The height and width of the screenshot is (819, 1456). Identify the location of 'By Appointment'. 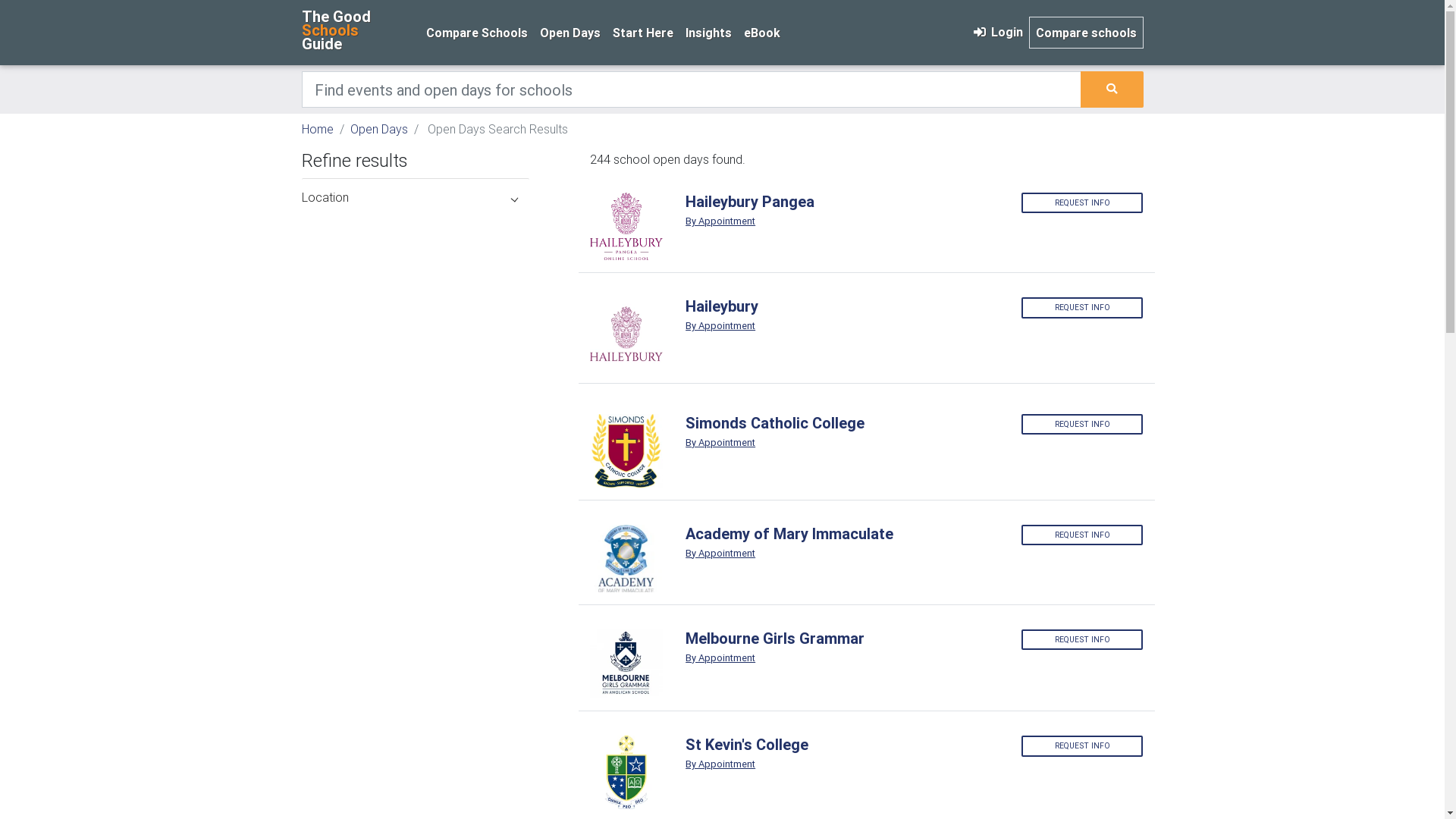
(758, 764).